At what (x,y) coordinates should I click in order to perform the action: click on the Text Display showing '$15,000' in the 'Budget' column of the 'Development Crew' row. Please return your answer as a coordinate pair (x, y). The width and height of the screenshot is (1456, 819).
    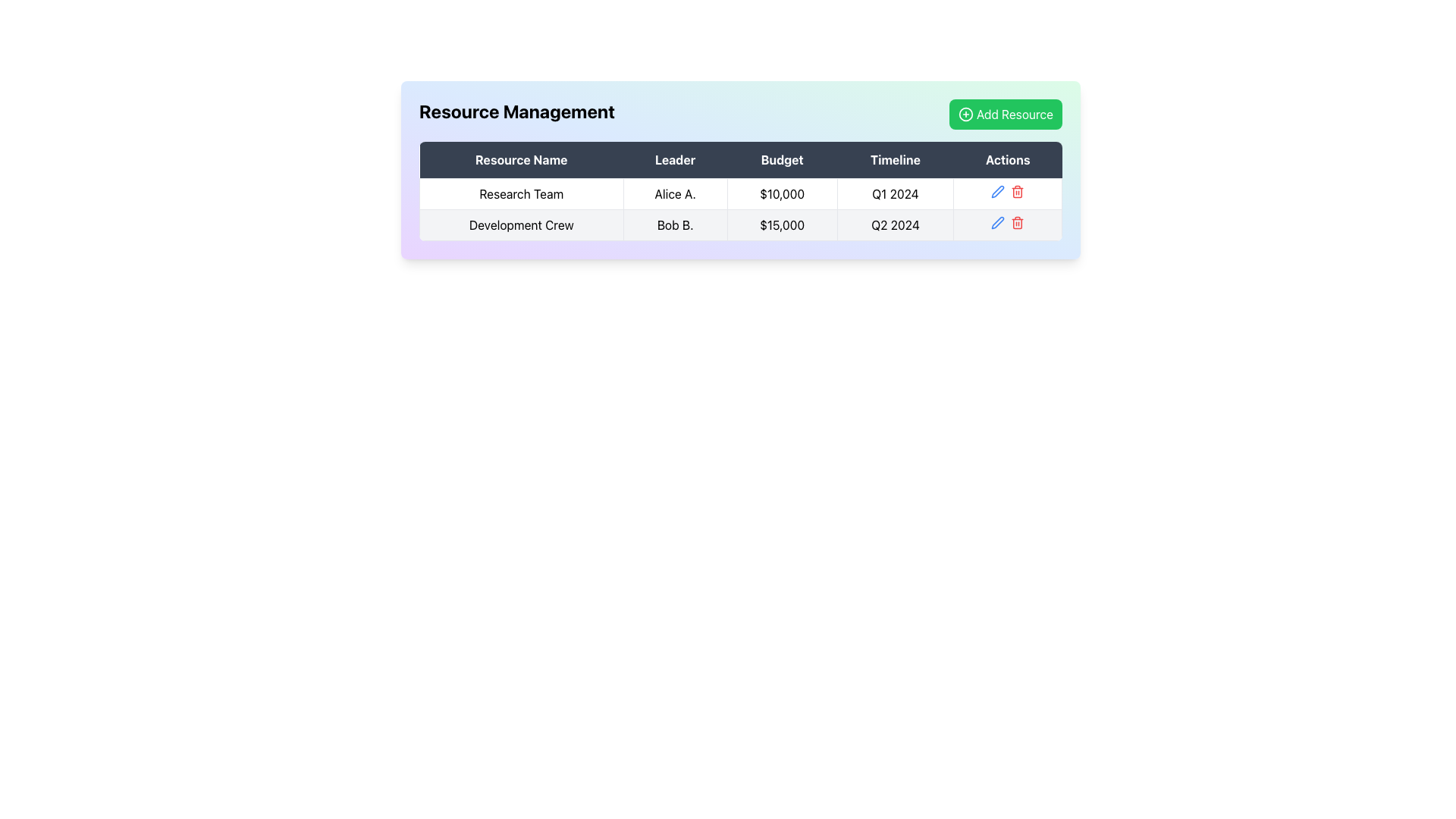
    Looking at the image, I should click on (782, 225).